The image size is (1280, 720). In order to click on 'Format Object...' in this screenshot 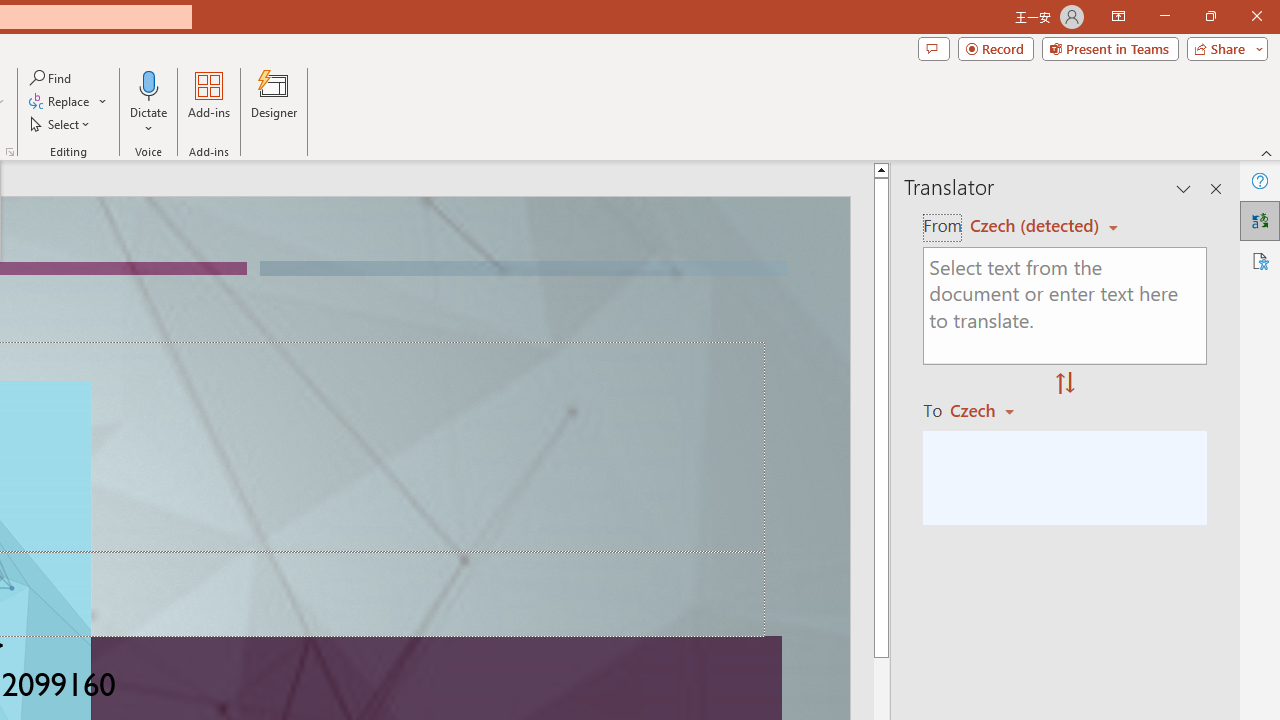, I will do `click(10, 150)`.